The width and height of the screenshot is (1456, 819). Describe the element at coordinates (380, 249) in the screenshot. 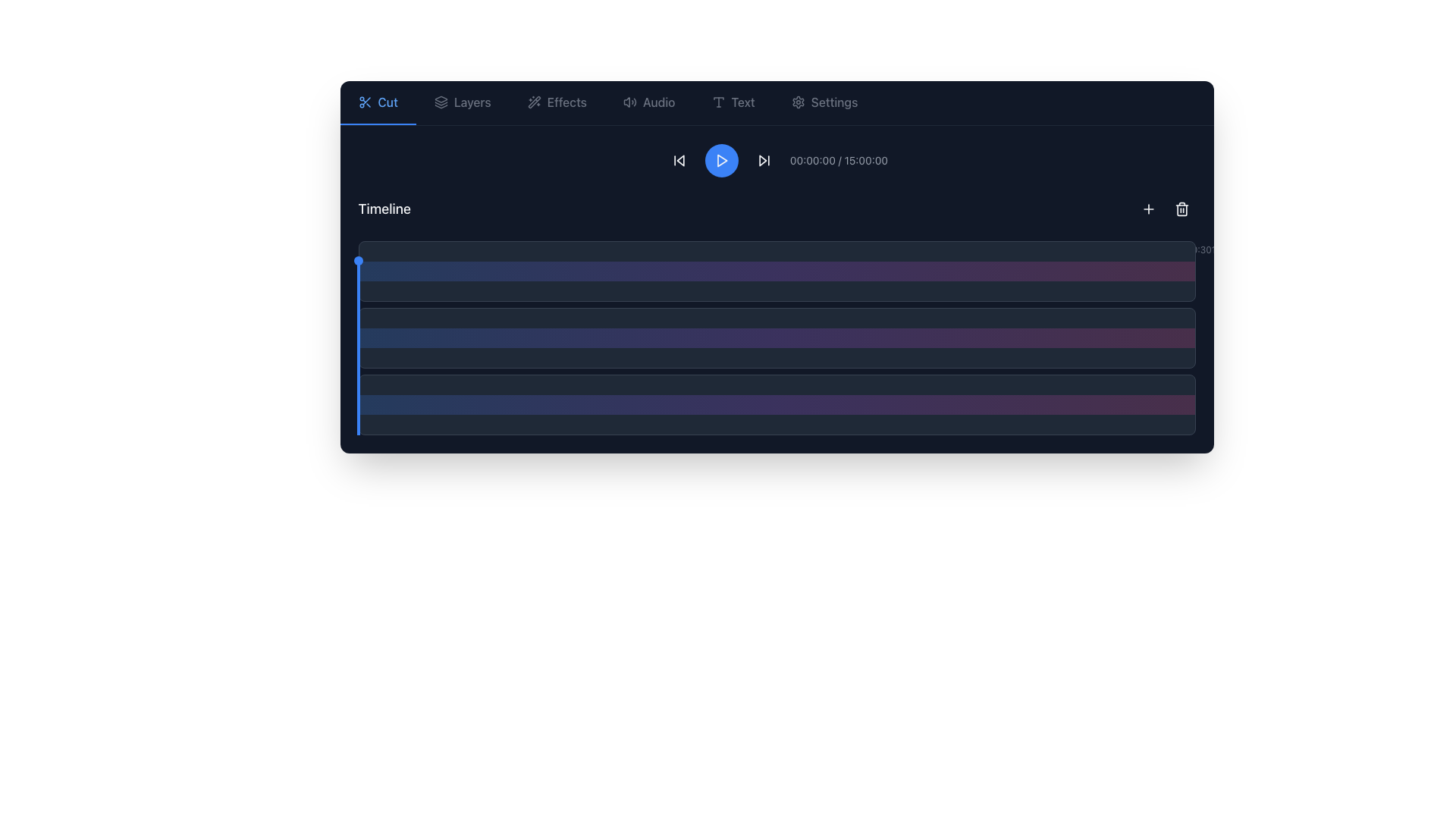

I see `the first horizontal time marker labeled '0:00' on the timeline interface, positioned at the far left of the timeline` at that location.